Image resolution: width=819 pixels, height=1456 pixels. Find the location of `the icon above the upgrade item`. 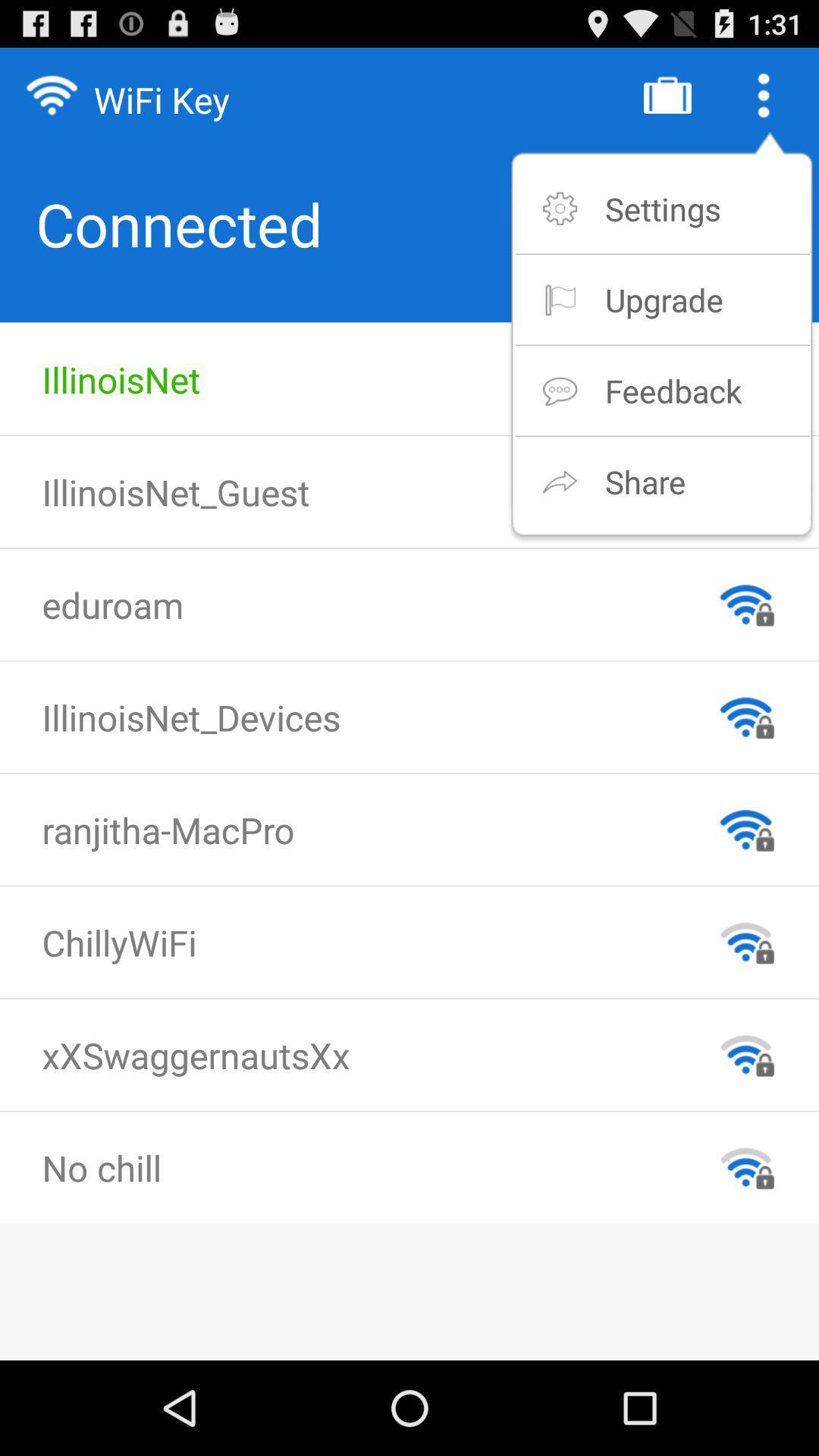

the icon above the upgrade item is located at coordinates (662, 208).